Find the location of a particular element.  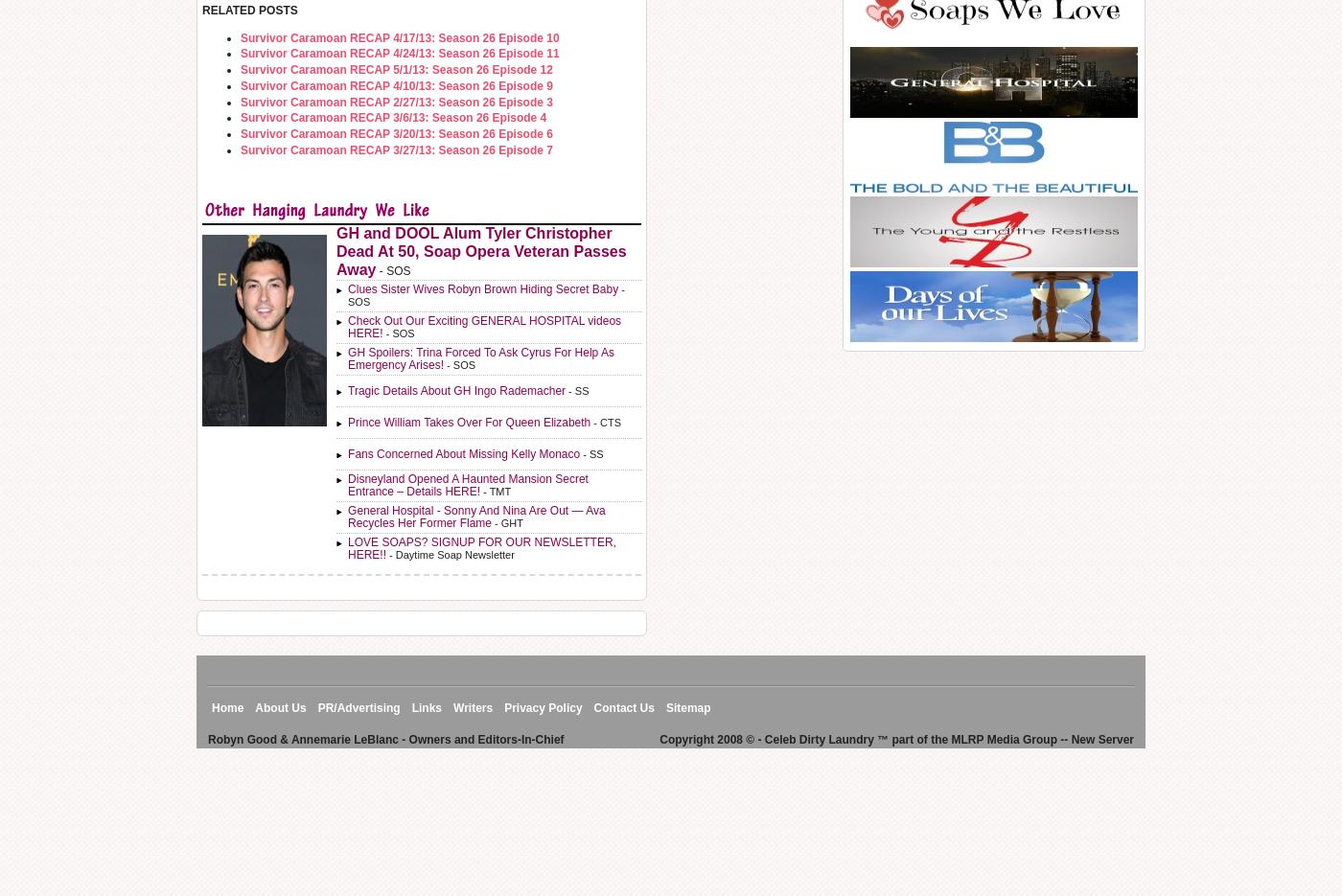

'Contact Us' is located at coordinates (592, 708).